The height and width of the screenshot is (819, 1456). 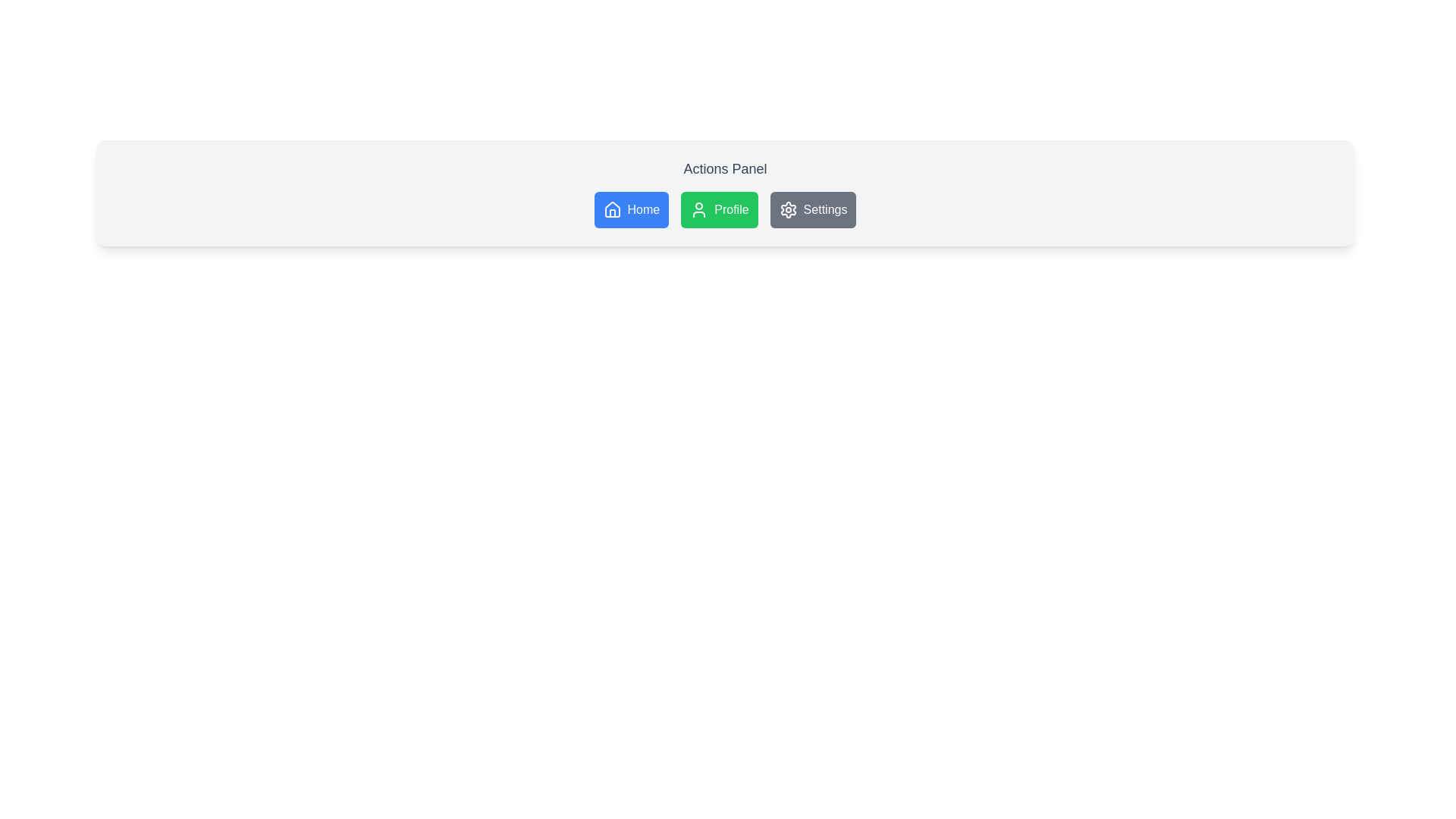 What do you see at coordinates (788, 210) in the screenshot?
I see `the settings icon located to the left of the 'Settings' text` at bounding box center [788, 210].